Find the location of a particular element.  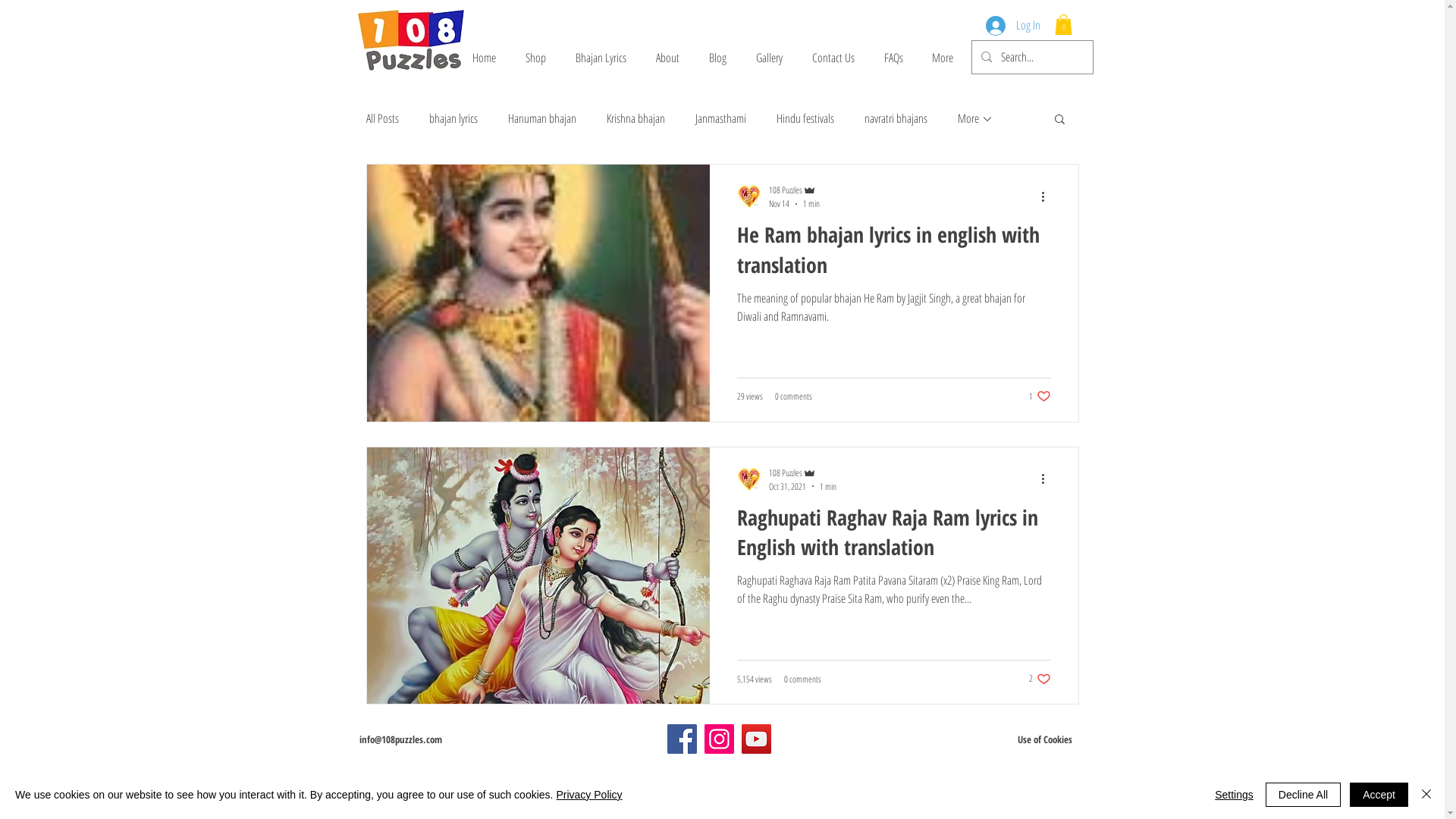

'0 comments' is located at coordinates (802, 678).